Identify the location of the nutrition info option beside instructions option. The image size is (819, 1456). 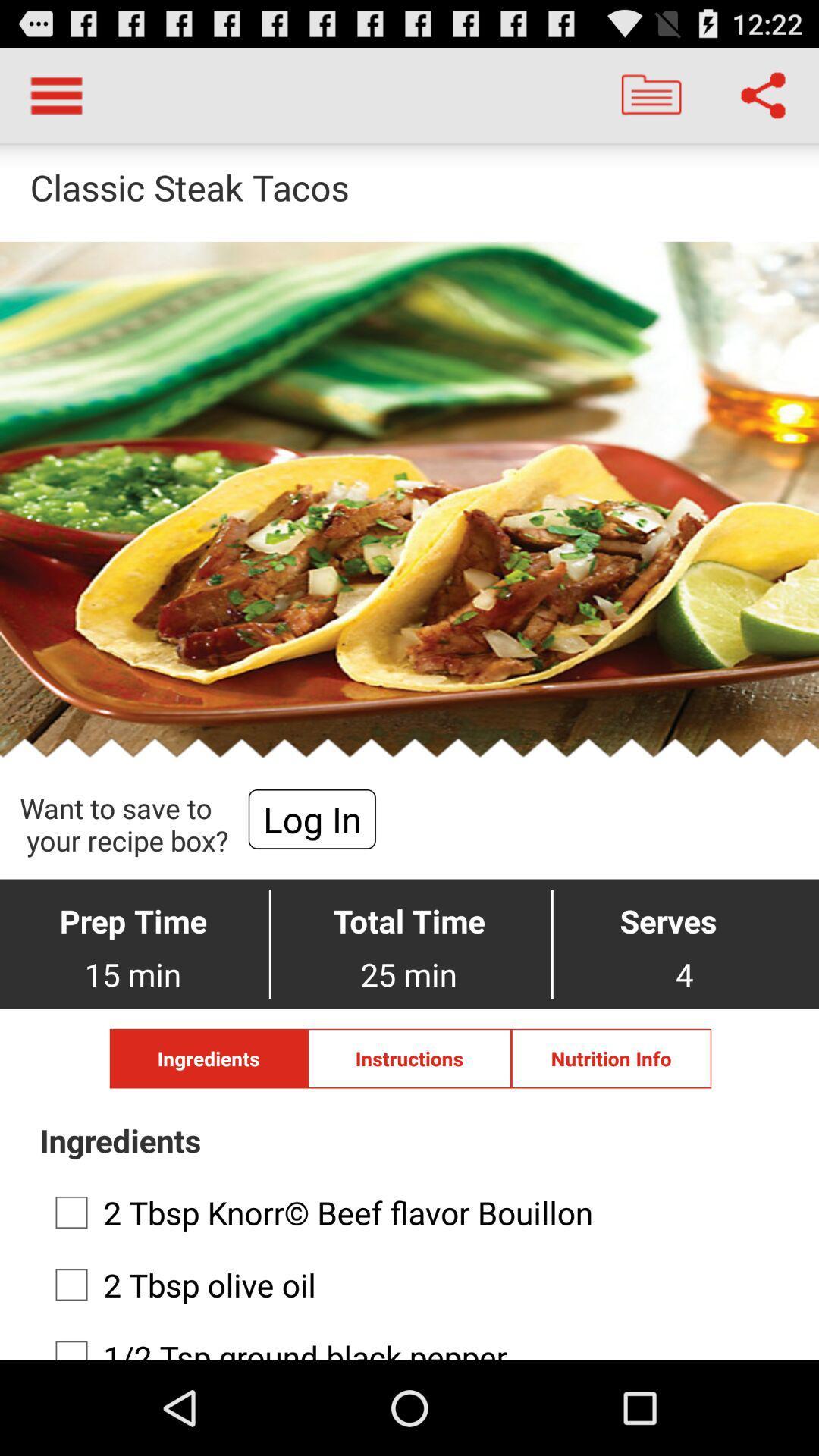
(610, 1058).